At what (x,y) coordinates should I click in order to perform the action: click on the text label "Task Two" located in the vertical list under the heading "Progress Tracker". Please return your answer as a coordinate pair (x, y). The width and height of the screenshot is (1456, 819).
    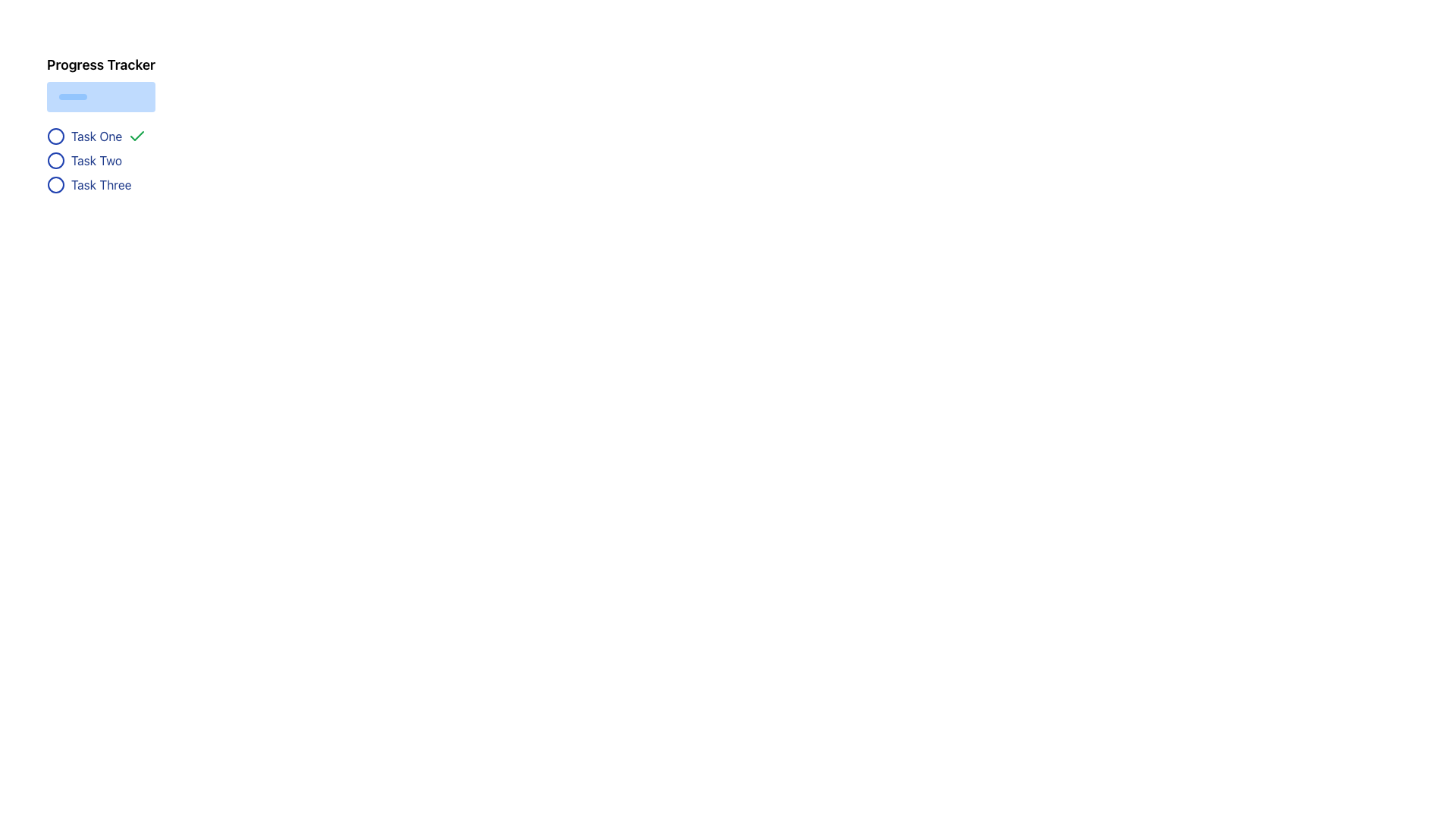
    Looking at the image, I should click on (100, 161).